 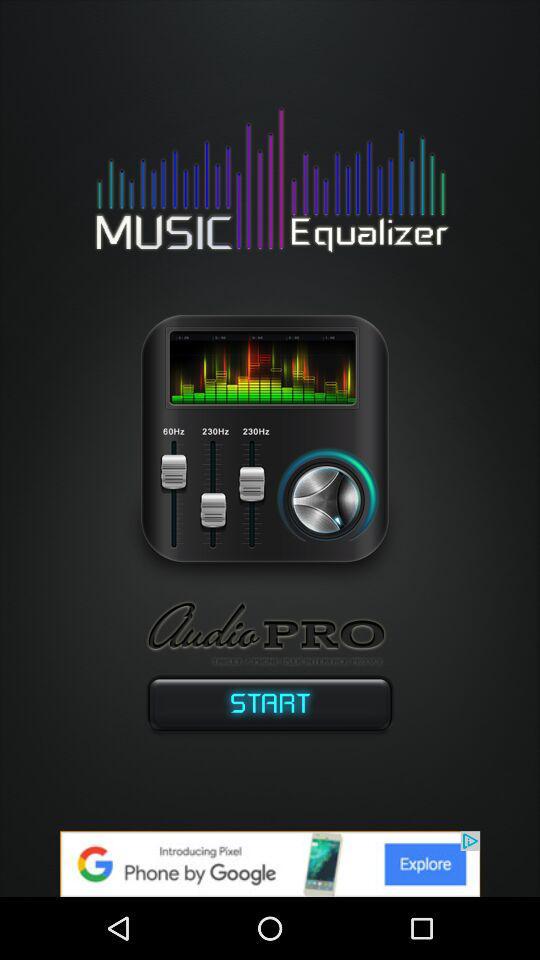 I want to click on switch start option, so click(x=270, y=707).